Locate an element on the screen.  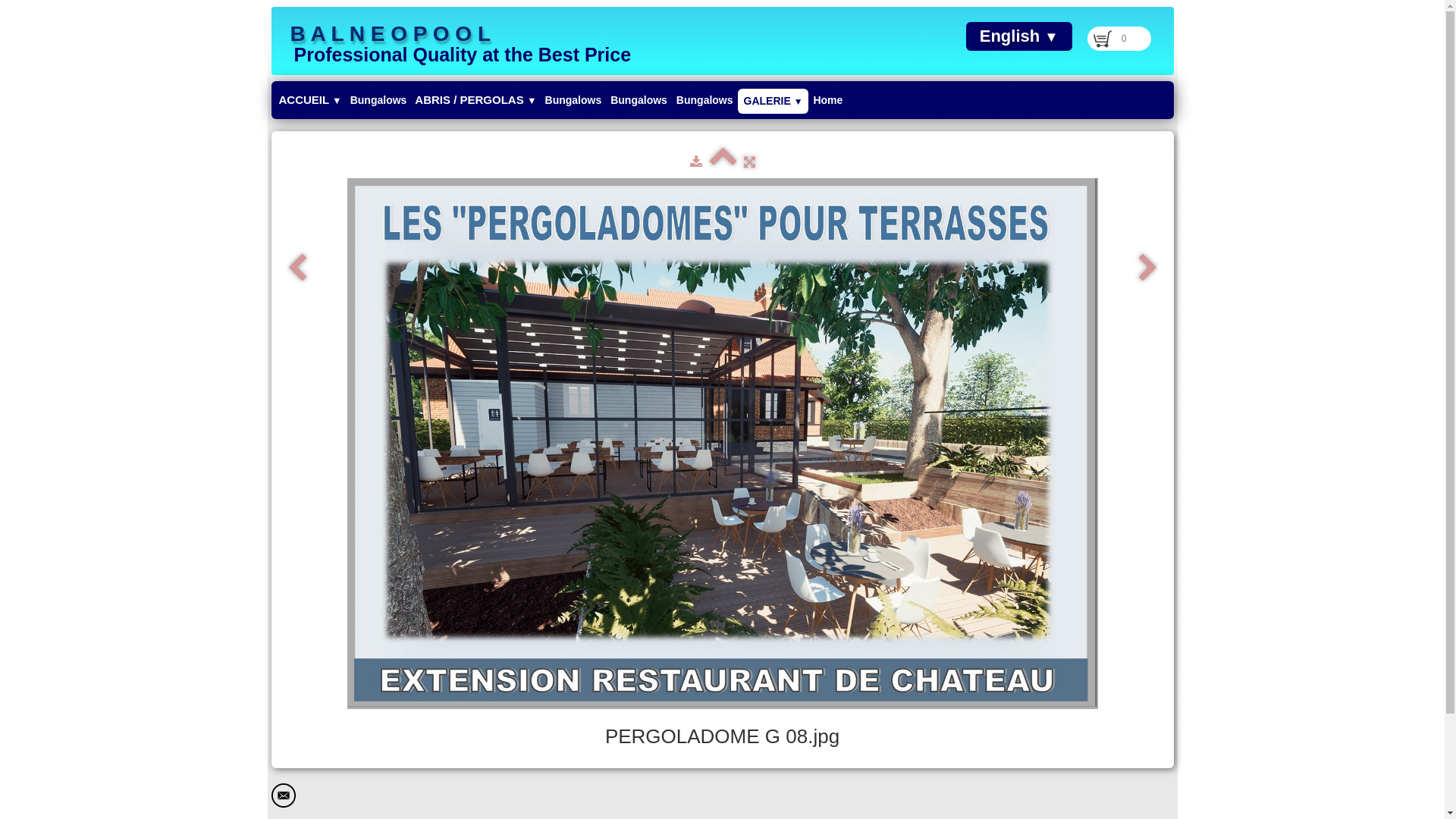
'Home' is located at coordinates (827, 99).